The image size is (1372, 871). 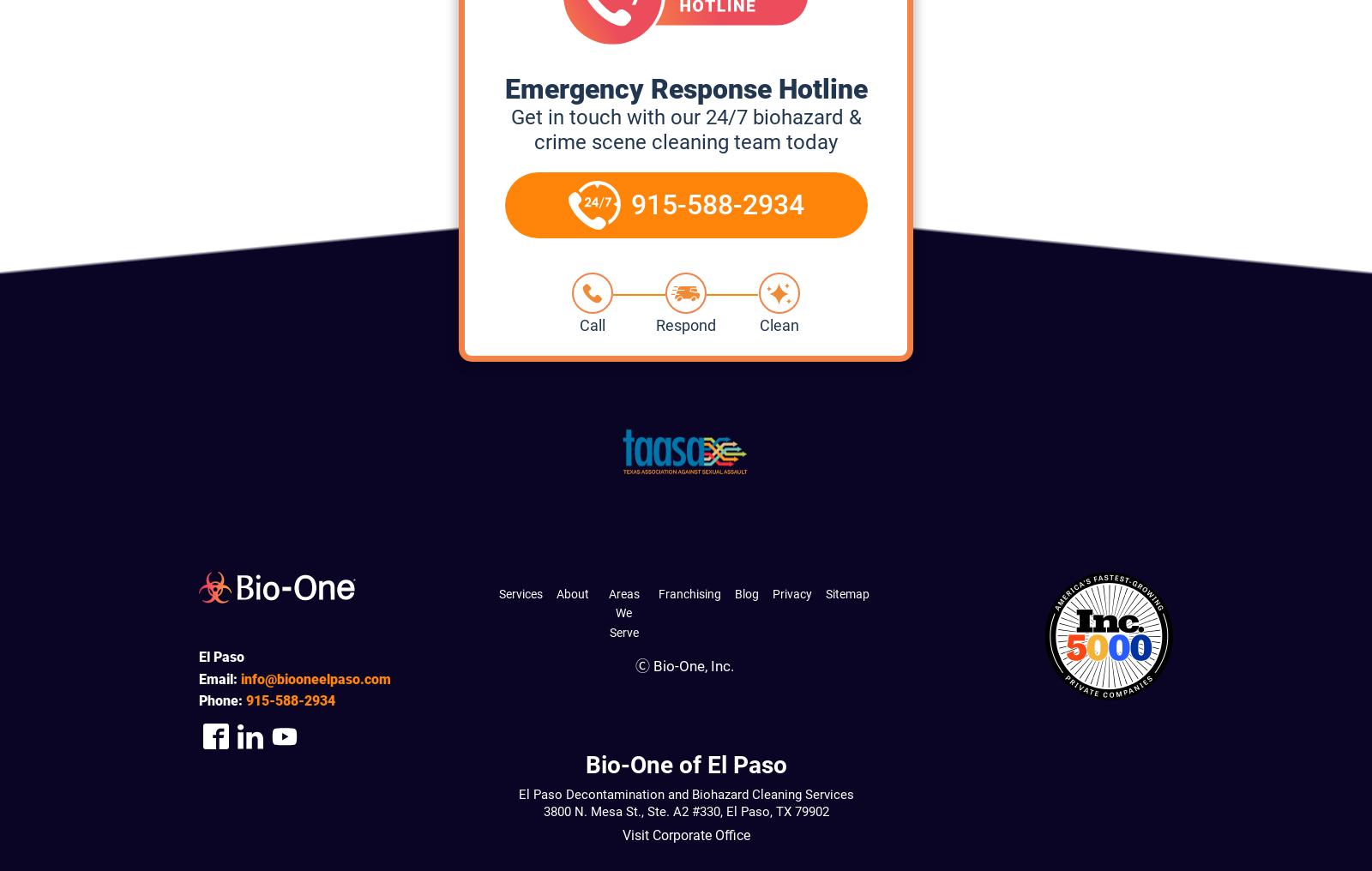 I want to click on 'Ⓒ Bio-One, Inc.', so click(x=683, y=665).